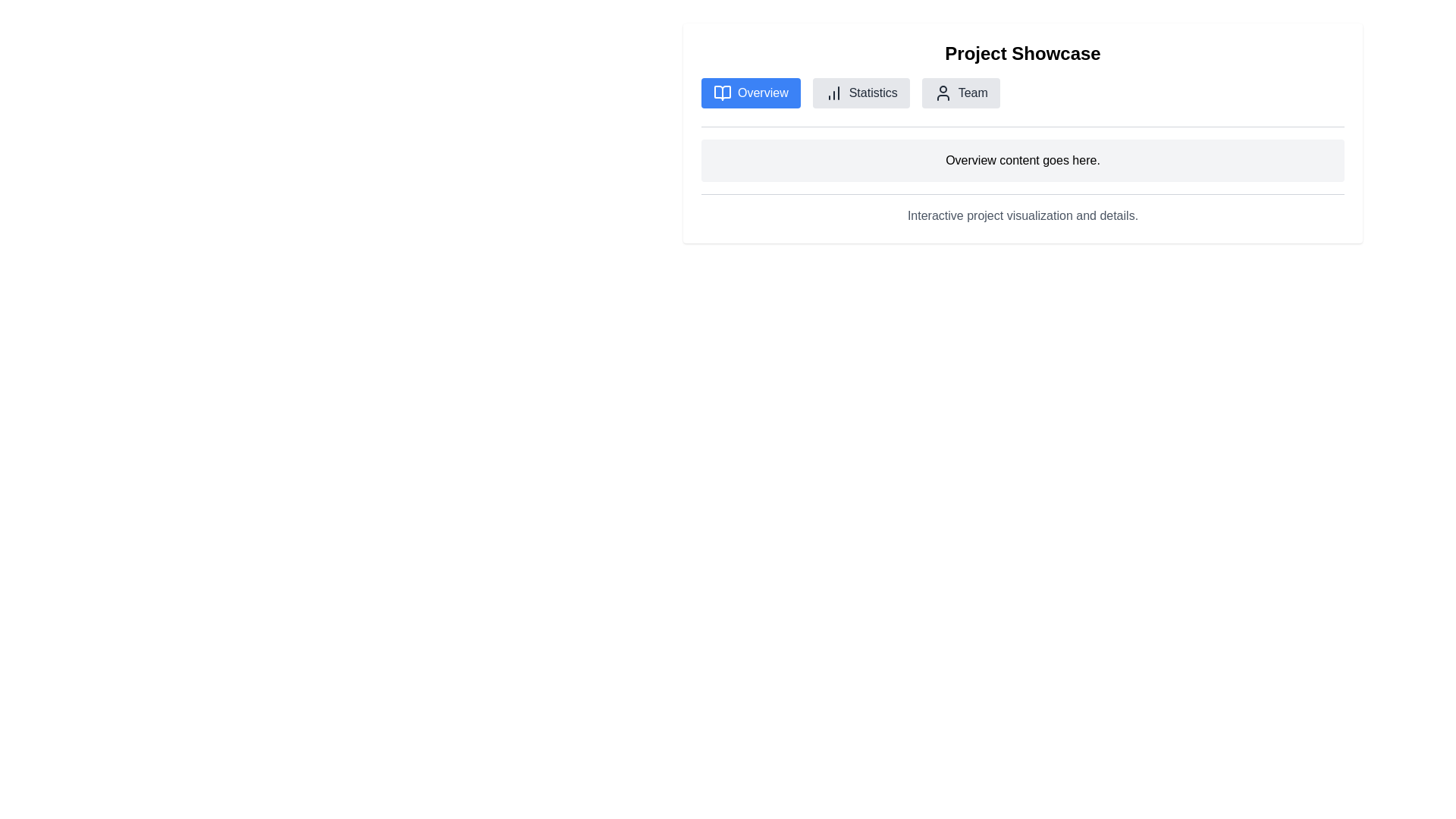  What do you see at coordinates (722, 93) in the screenshot?
I see `the 'Overview' icon located on the left side of the navigation menu at the top center of the interface` at bounding box center [722, 93].